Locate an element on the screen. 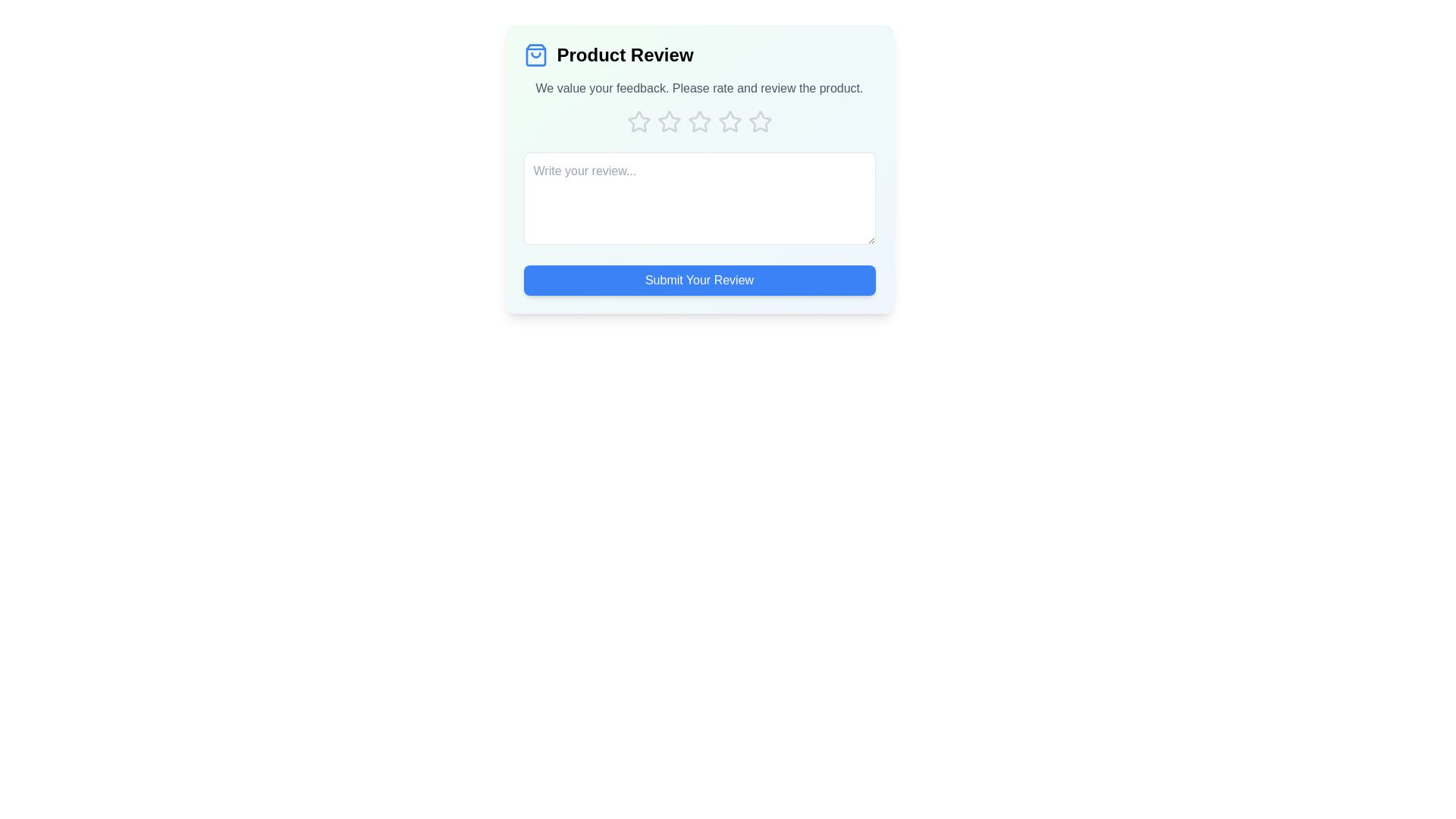  the first star icon in the rating component, which is styled with a hollow outline and gray color is located at coordinates (639, 121).